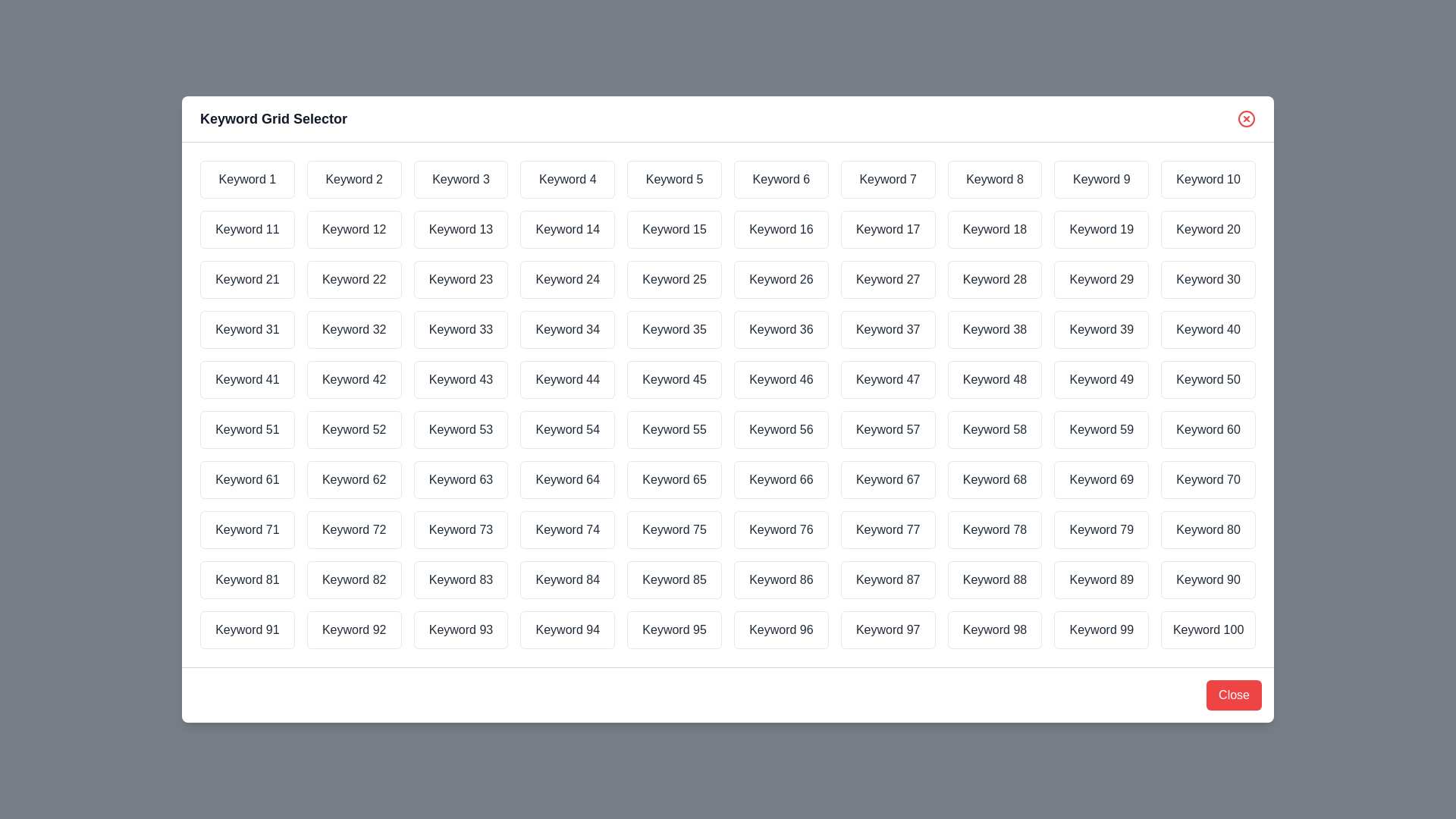  Describe the element at coordinates (1234, 695) in the screenshot. I see `the 'Close' button to close the dialog` at that location.